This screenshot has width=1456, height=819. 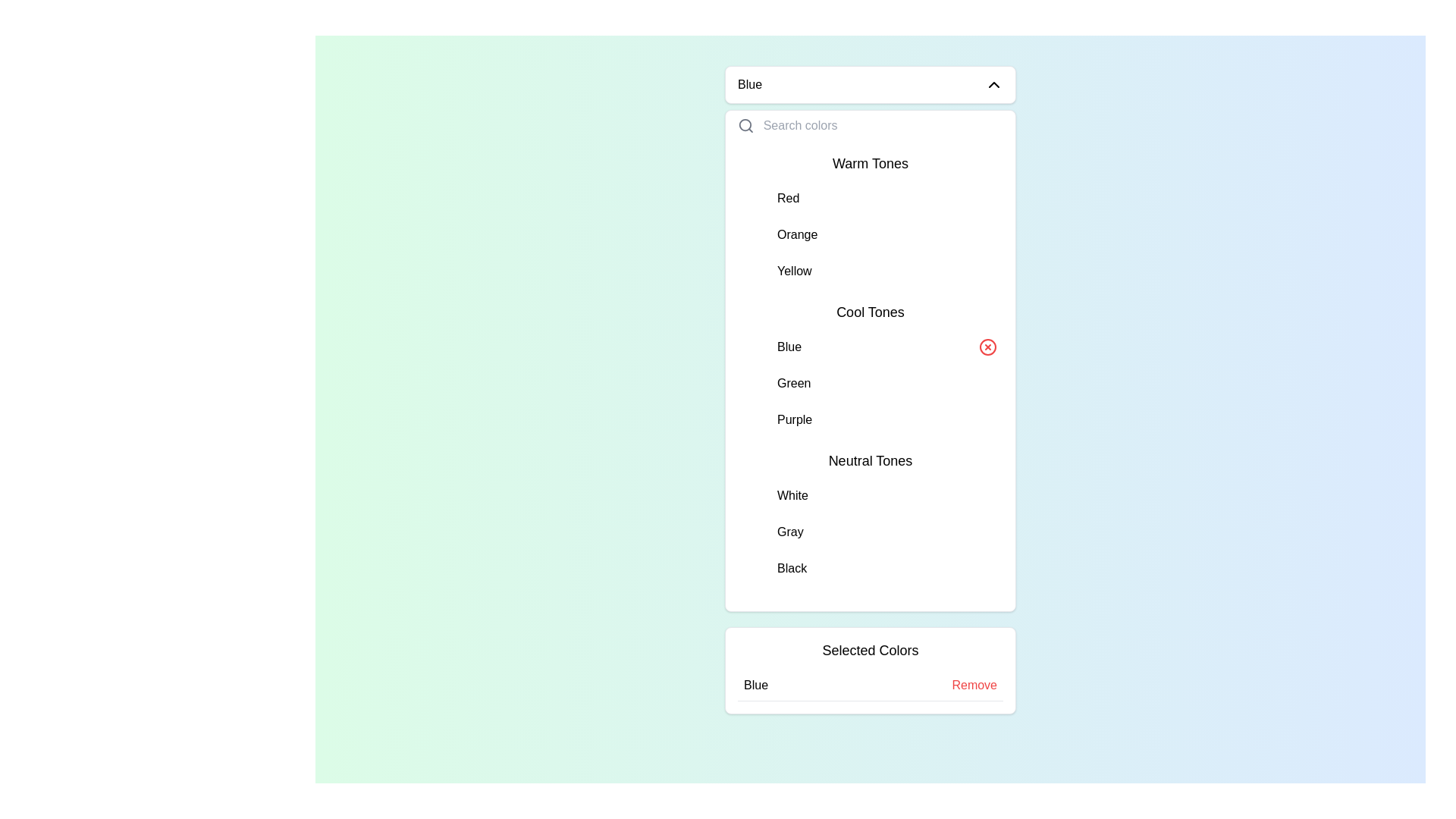 I want to click on the circular delete icon for the 'Blue' color option in the 'Cool Tones' section of the dropdown menu, so click(x=987, y=347).